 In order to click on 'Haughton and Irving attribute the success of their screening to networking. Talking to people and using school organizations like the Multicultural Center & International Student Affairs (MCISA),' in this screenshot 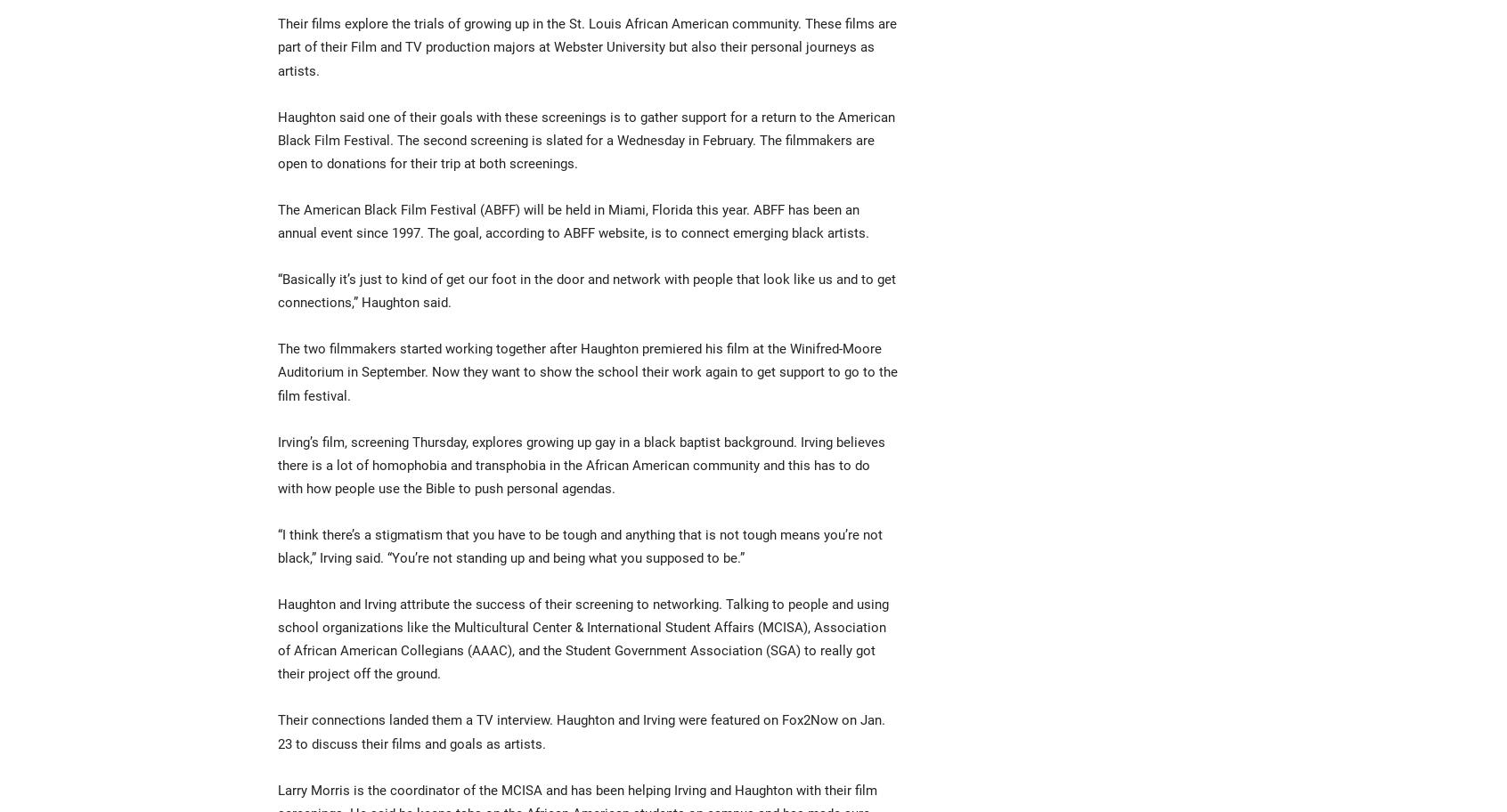, I will do `click(277, 616)`.